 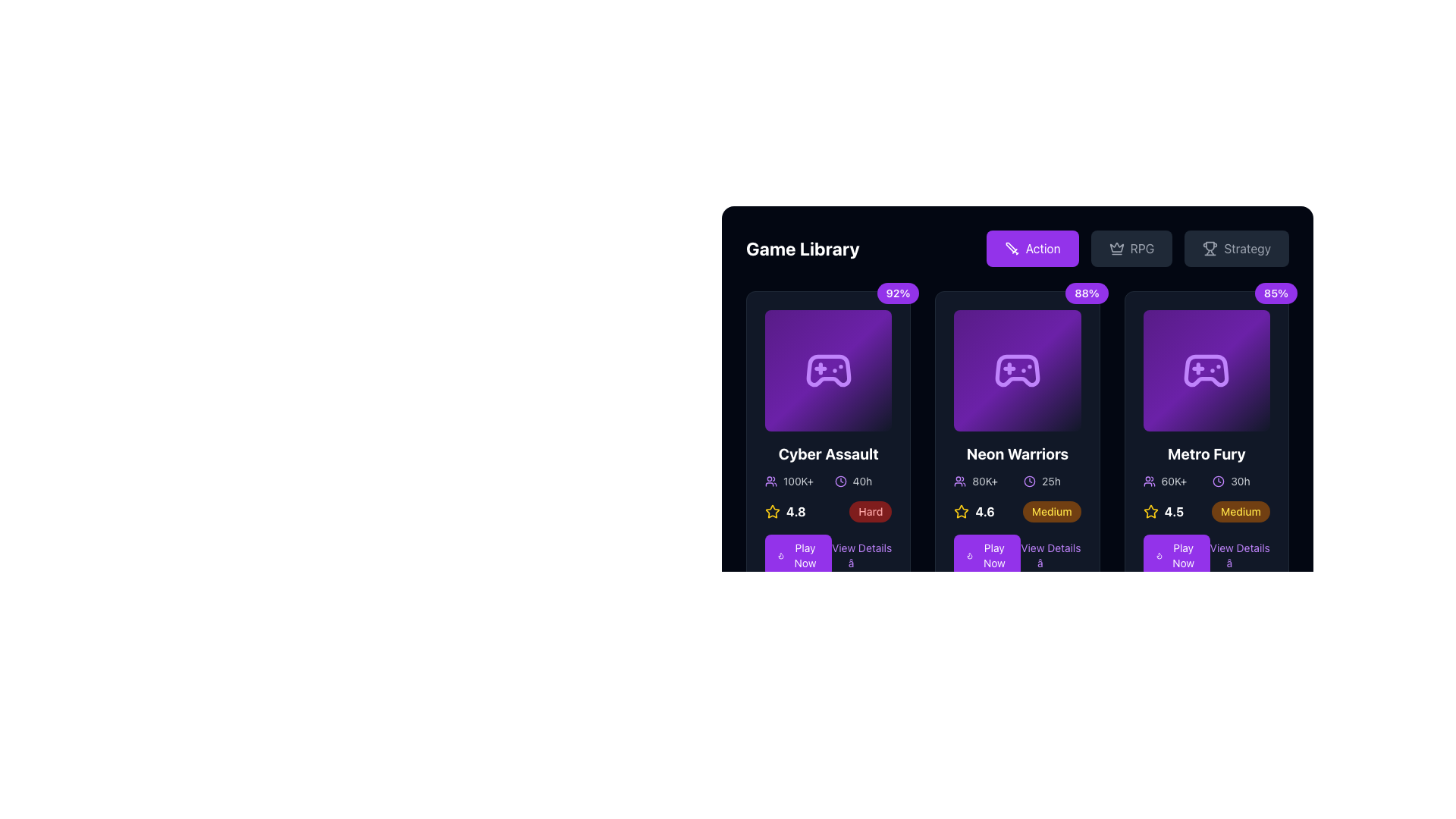 What do you see at coordinates (1116, 247) in the screenshot?
I see `the crown icon representing the 'RPG' category, which is positioned to the left of the 'RPG' label in the menu, between the 'Action' and 'Strategy' categories` at bounding box center [1116, 247].